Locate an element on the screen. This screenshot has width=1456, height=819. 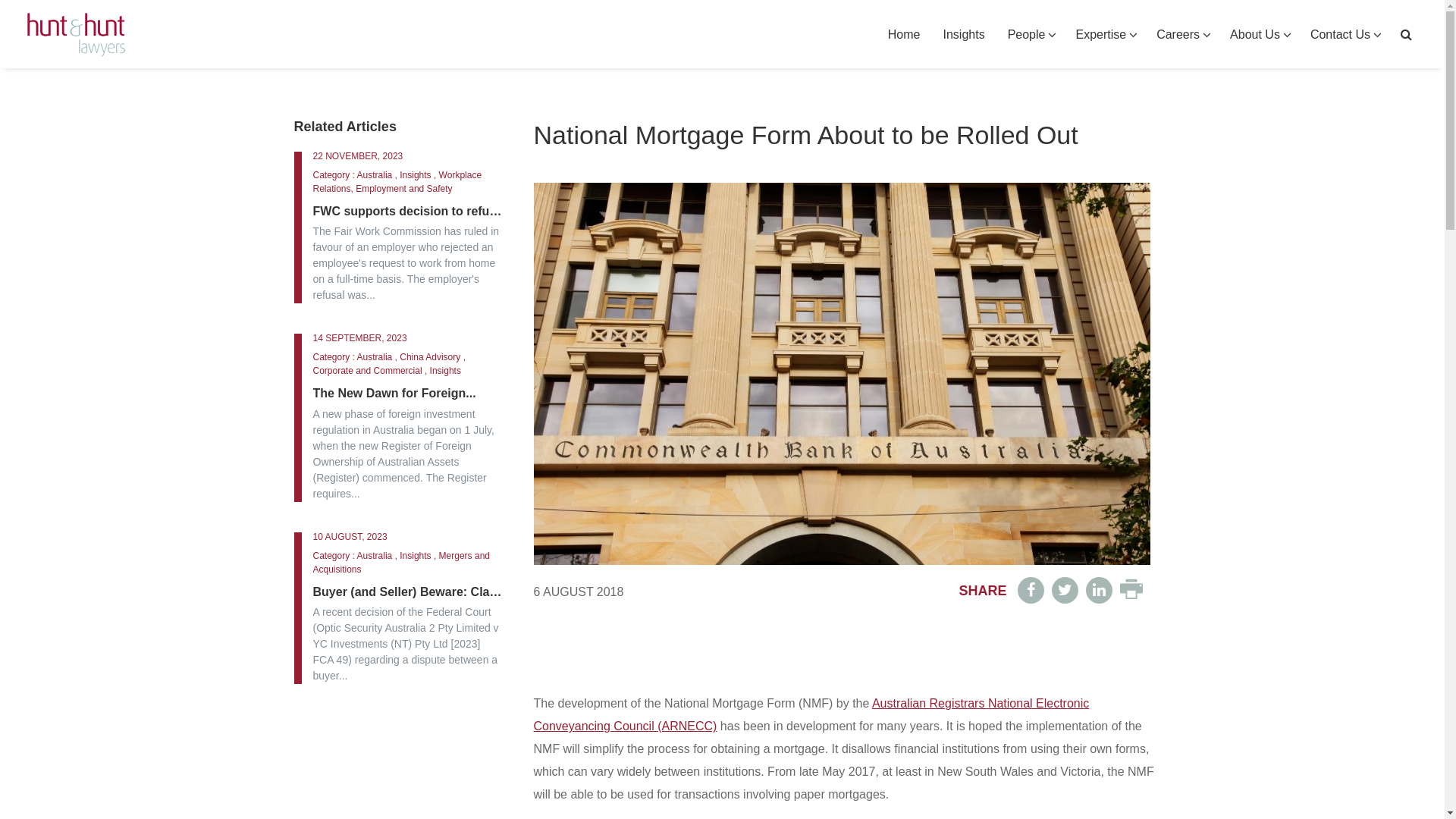
'Careers' is located at coordinates (1181, 34).